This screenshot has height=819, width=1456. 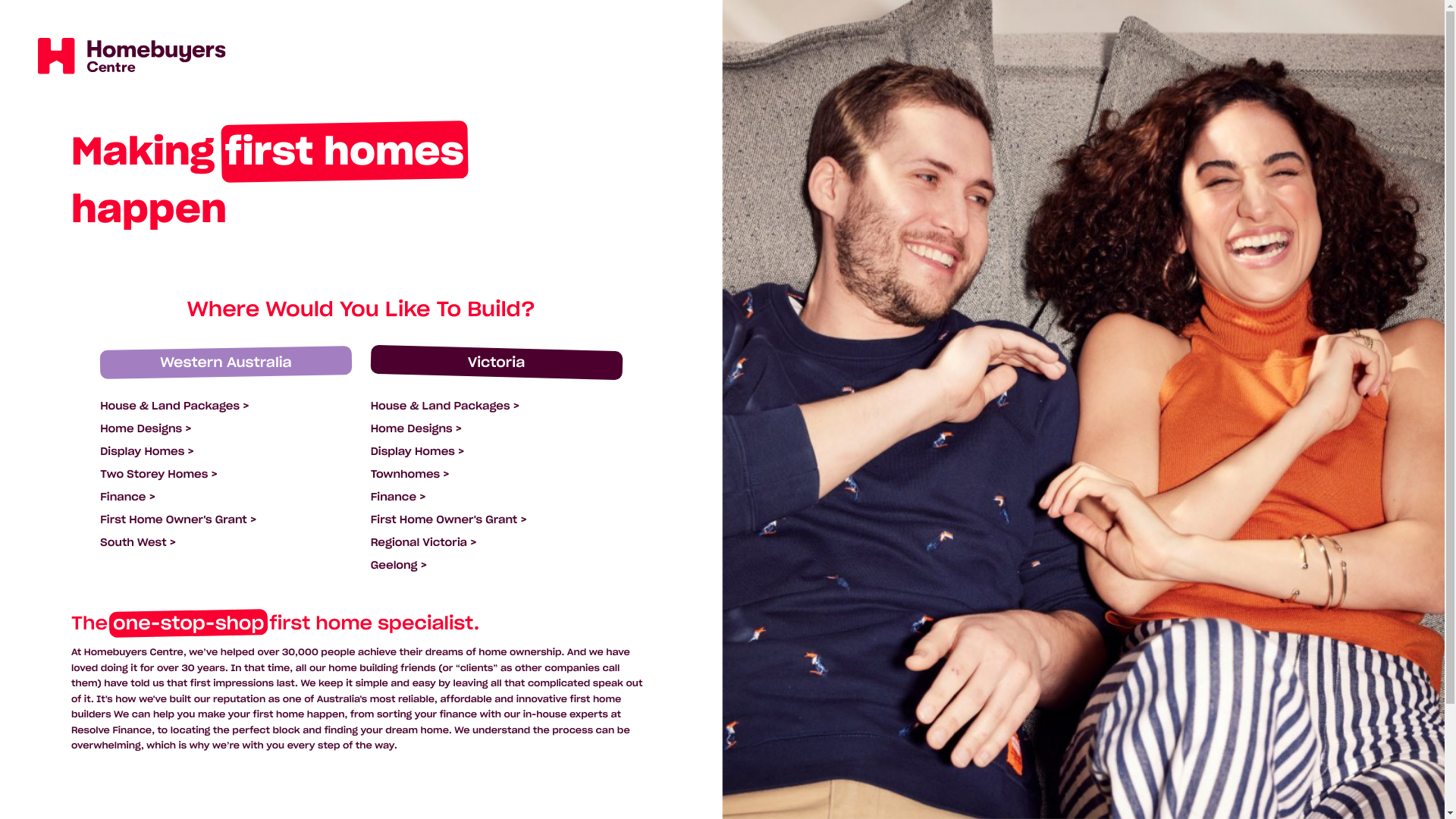 What do you see at coordinates (371, 472) in the screenshot?
I see `'Townhomes >'` at bounding box center [371, 472].